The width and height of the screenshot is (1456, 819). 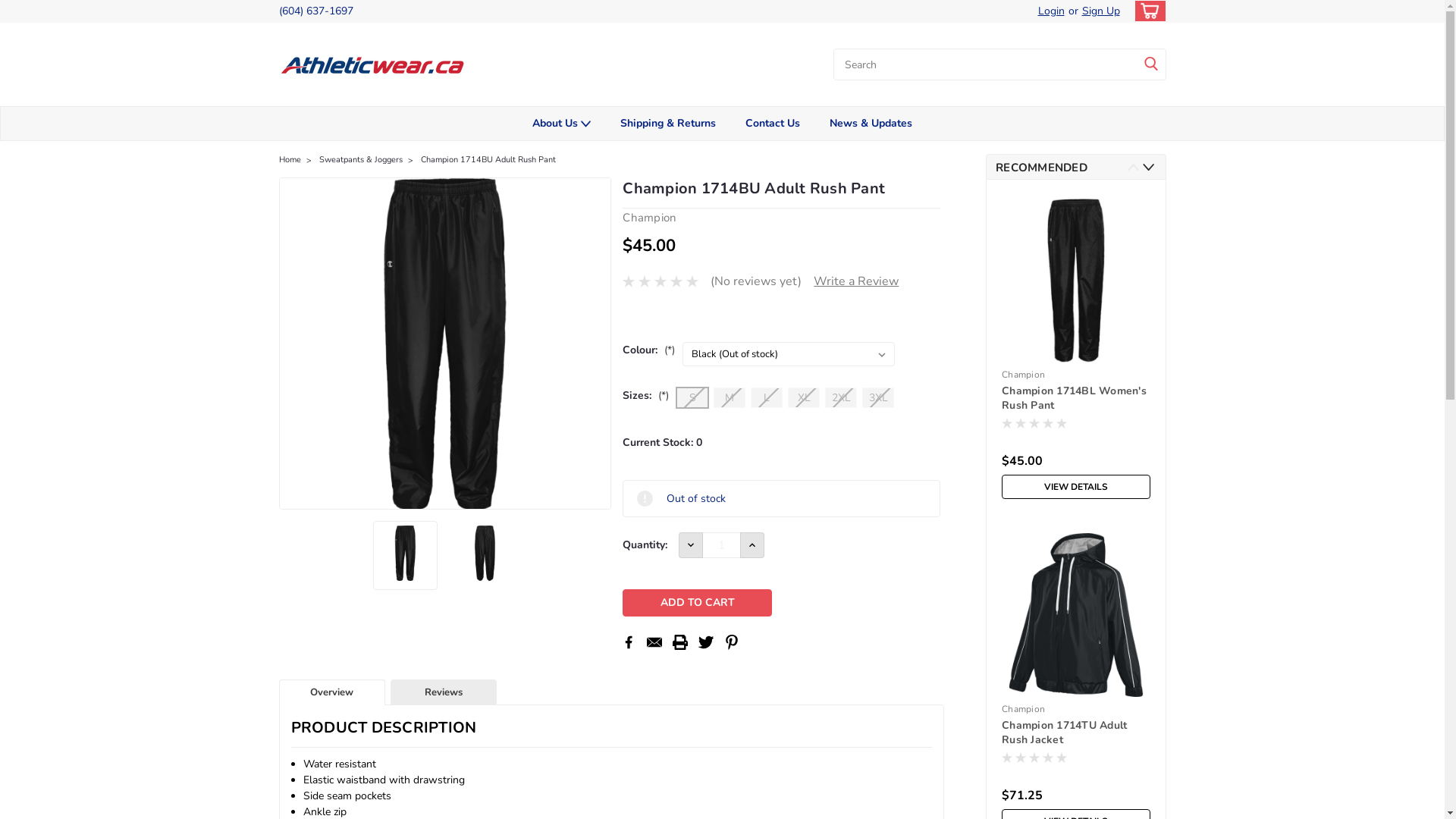 I want to click on 'Next', so click(x=1147, y=167).